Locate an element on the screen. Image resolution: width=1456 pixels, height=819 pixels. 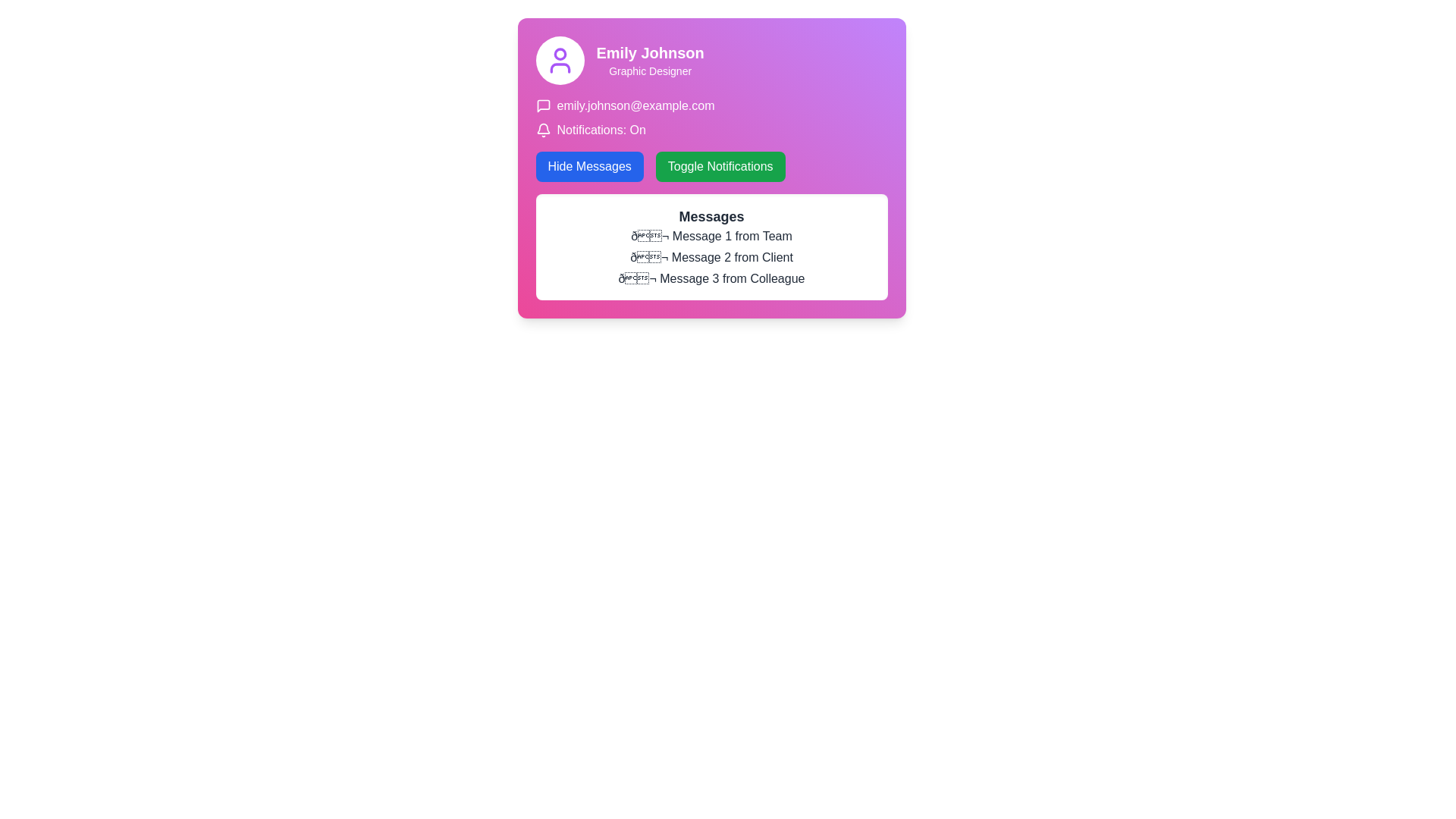
the messaging icon that represents the user's email, positioned directly above 'emily.johnson@example.com' is located at coordinates (543, 105).